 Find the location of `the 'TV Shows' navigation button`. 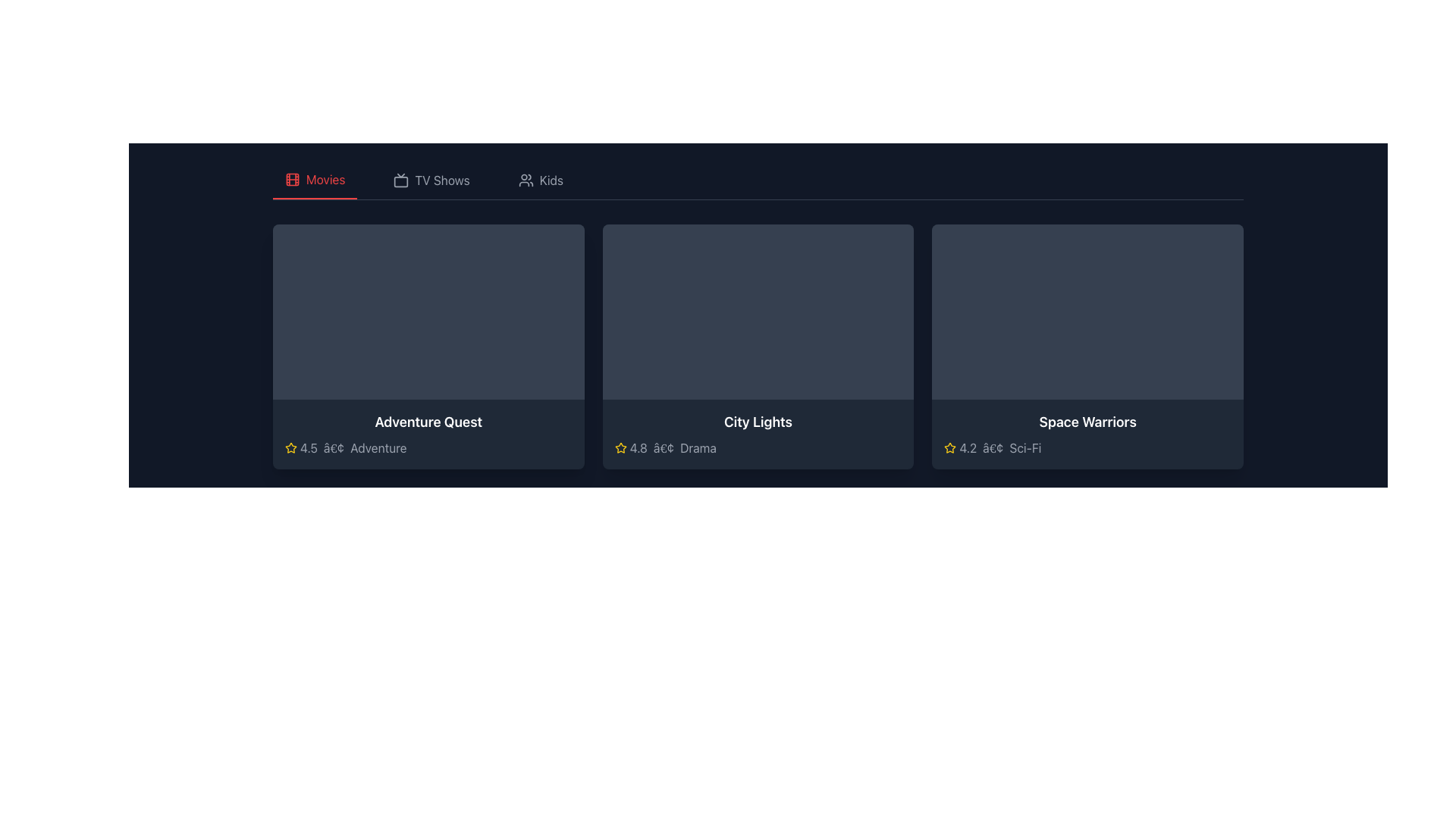

the 'TV Shows' navigation button is located at coordinates (431, 180).